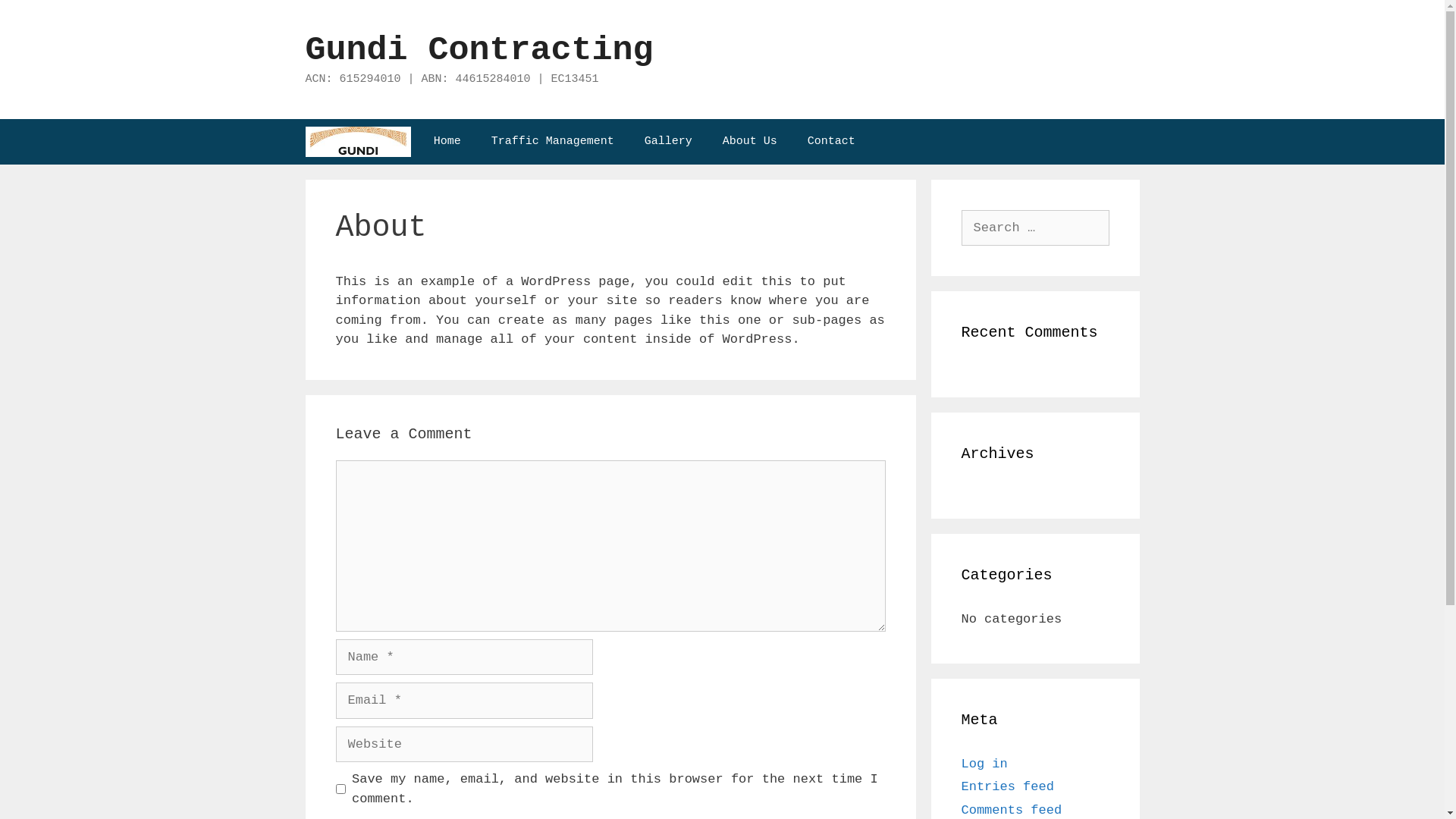 The width and height of the screenshot is (1456, 819). Describe the element at coordinates (552, 140) in the screenshot. I see `'Traffic Management'` at that location.